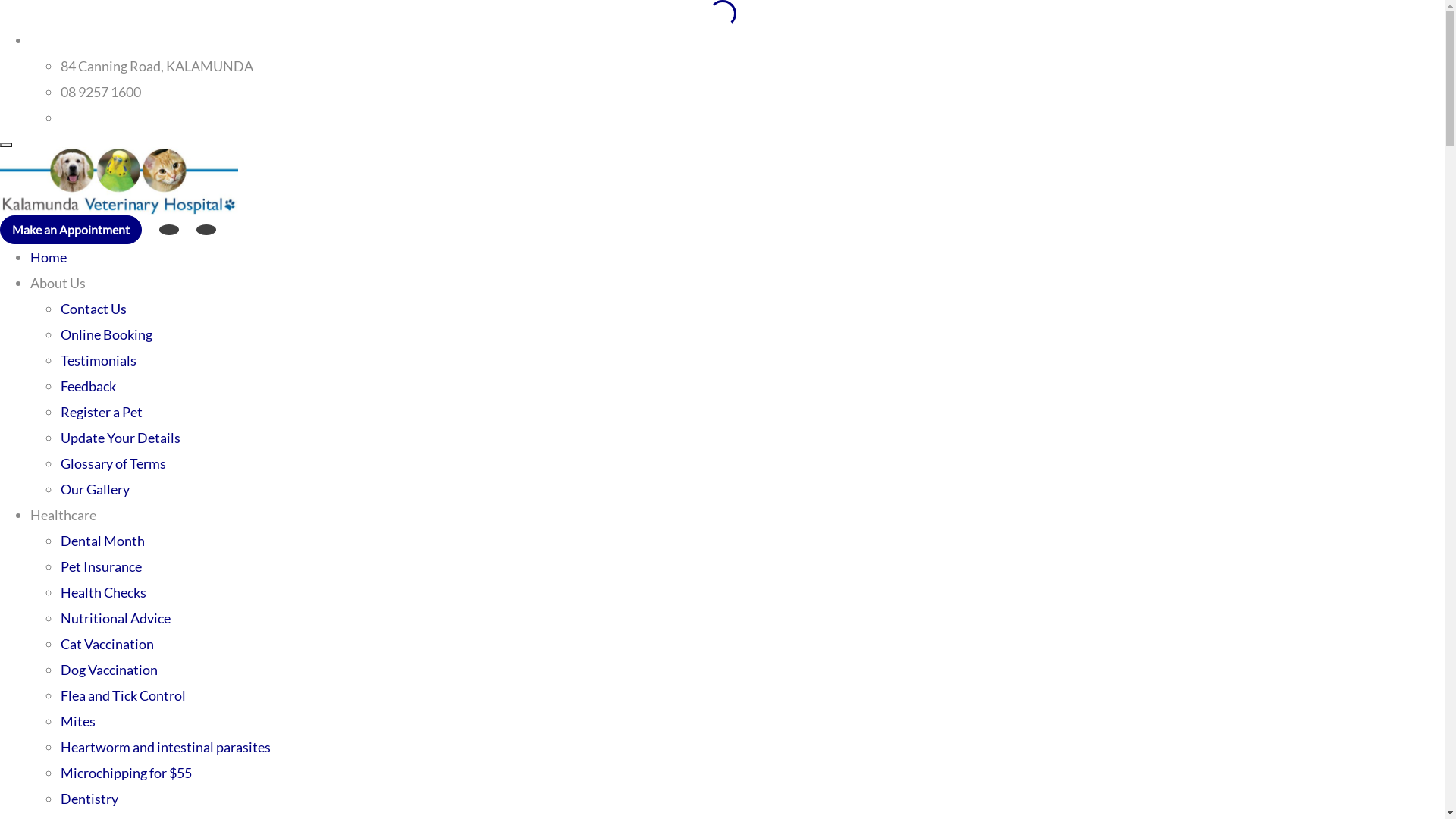 This screenshot has width=1456, height=819. Describe the element at coordinates (97, 359) in the screenshot. I see `'Testimonials'` at that location.